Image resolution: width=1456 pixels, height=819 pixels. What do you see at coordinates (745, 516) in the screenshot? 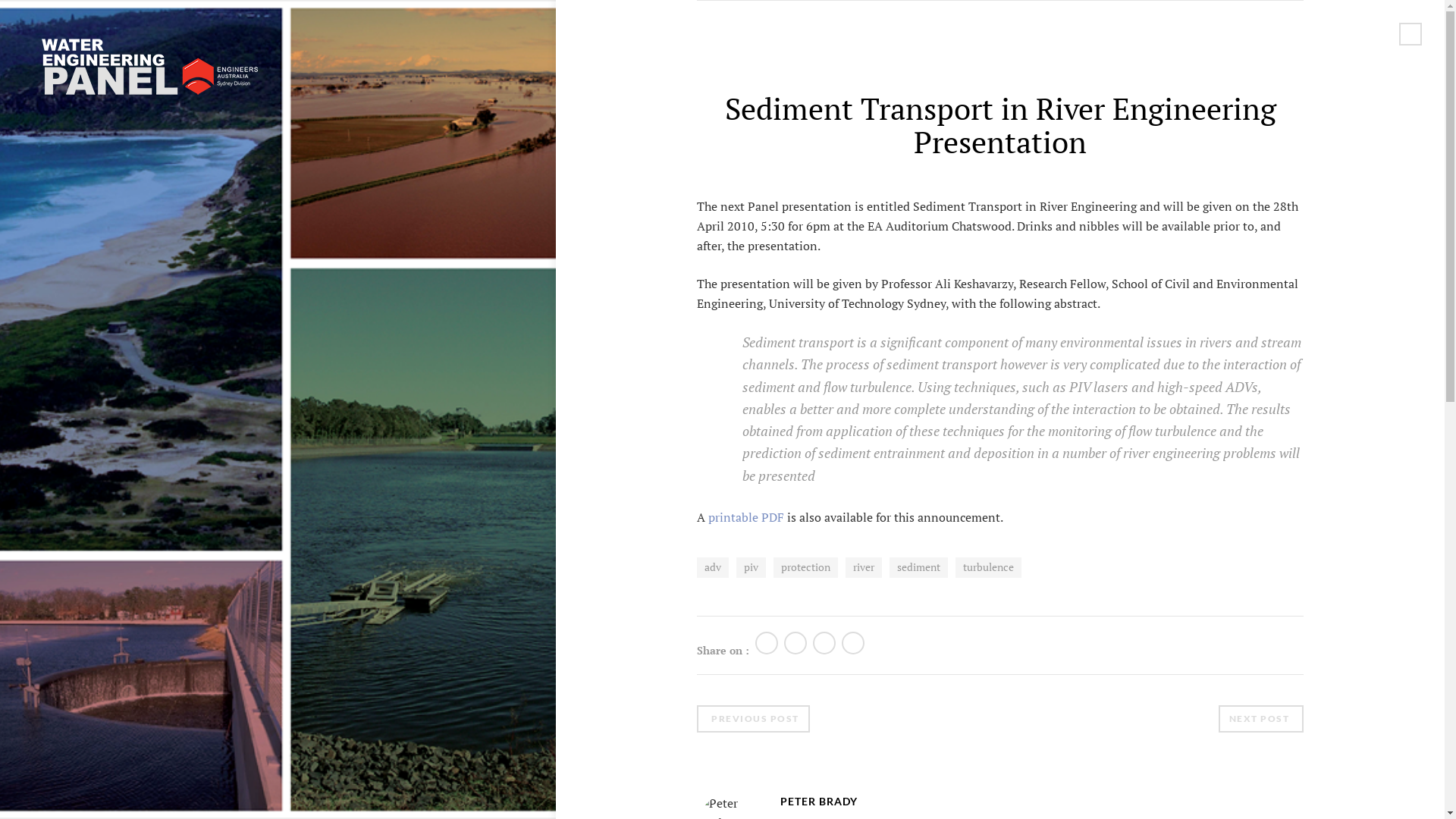
I see `'printable PDF'` at bounding box center [745, 516].